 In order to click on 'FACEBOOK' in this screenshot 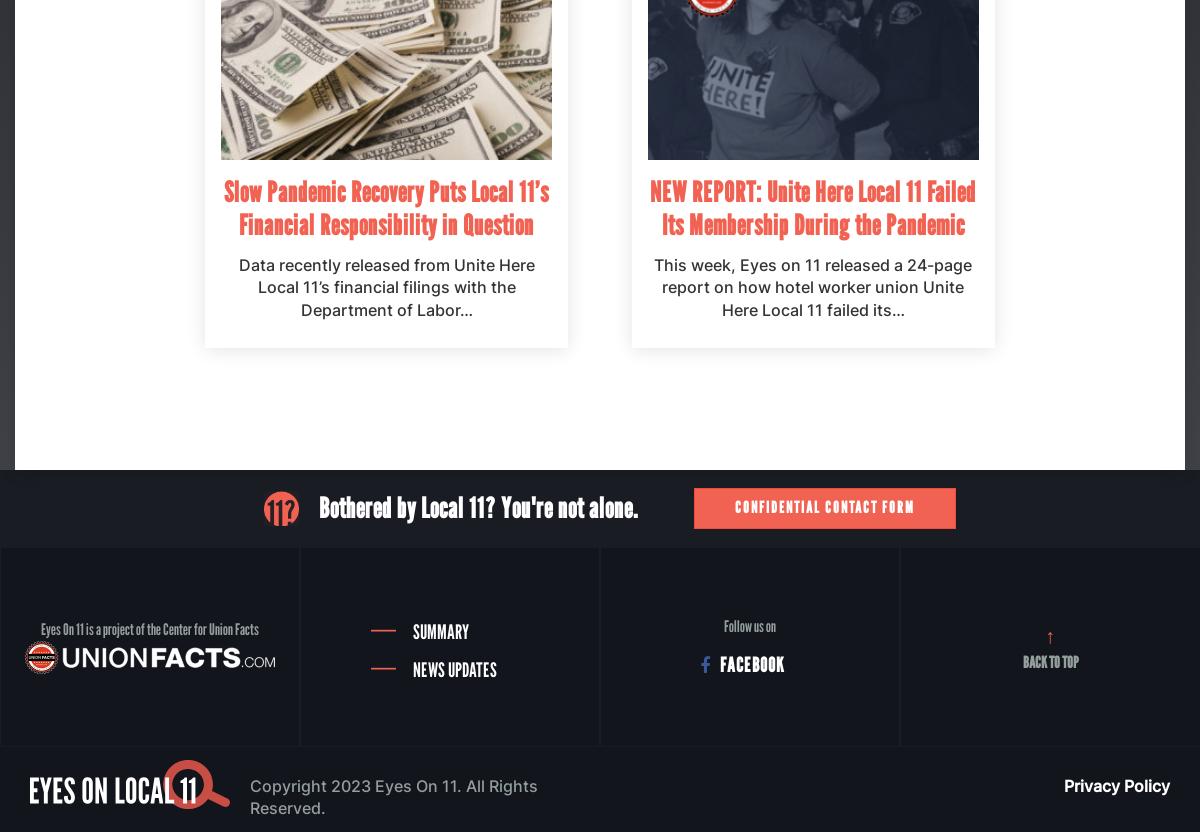, I will do `click(751, 665)`.